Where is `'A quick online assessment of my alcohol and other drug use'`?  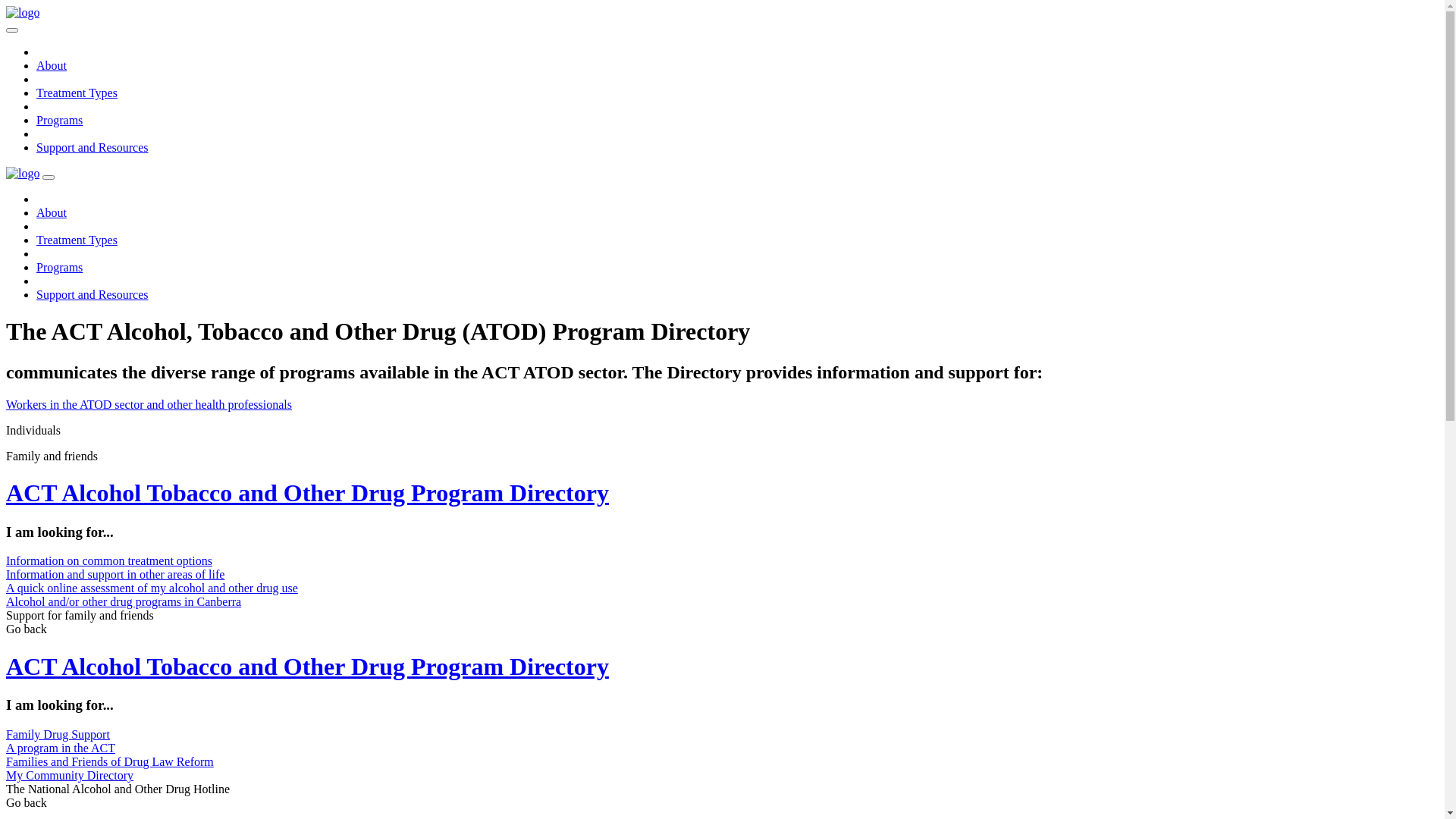 'A quick online assessment of my alcohol and other drug use' is located at coordinates (152, 587).